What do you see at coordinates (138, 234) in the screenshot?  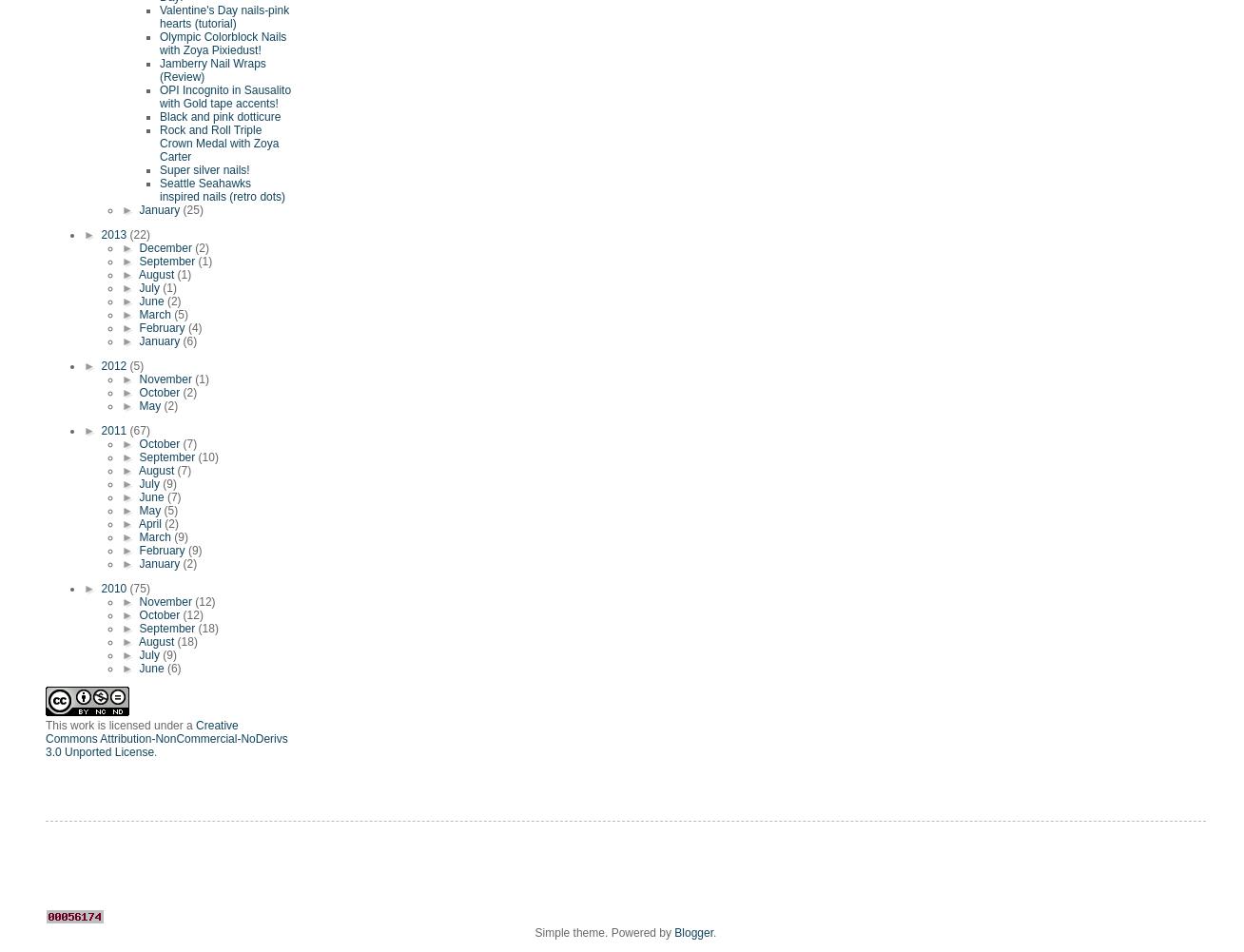 I see `'(22)'` at bounding box center [138, 234].